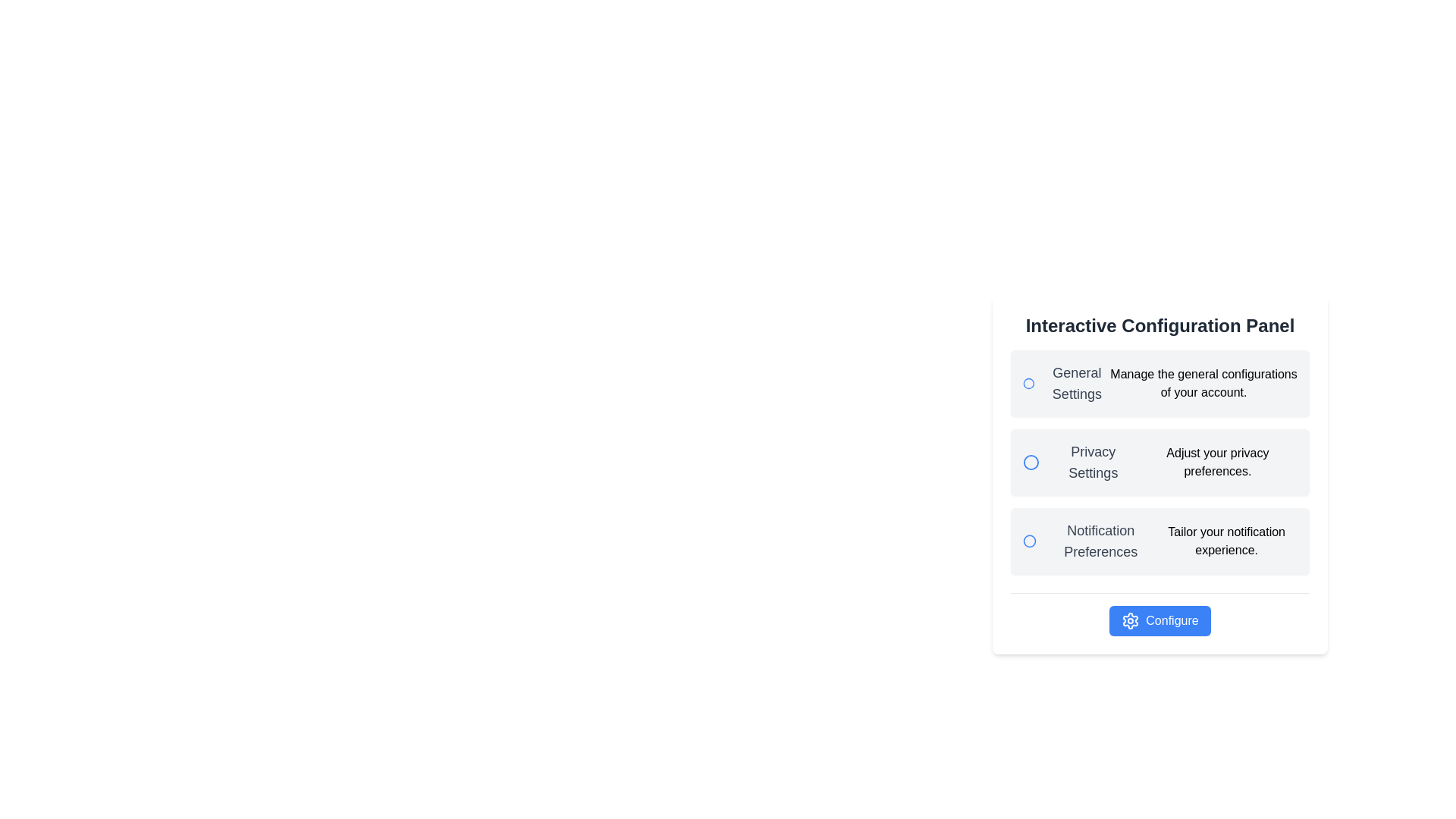  Describe the element at coordinates (1030, 540) in the screenshot. I see `the blue outlined circle icon to the left of 'Notification Preferences' in the settings interface` at that location.